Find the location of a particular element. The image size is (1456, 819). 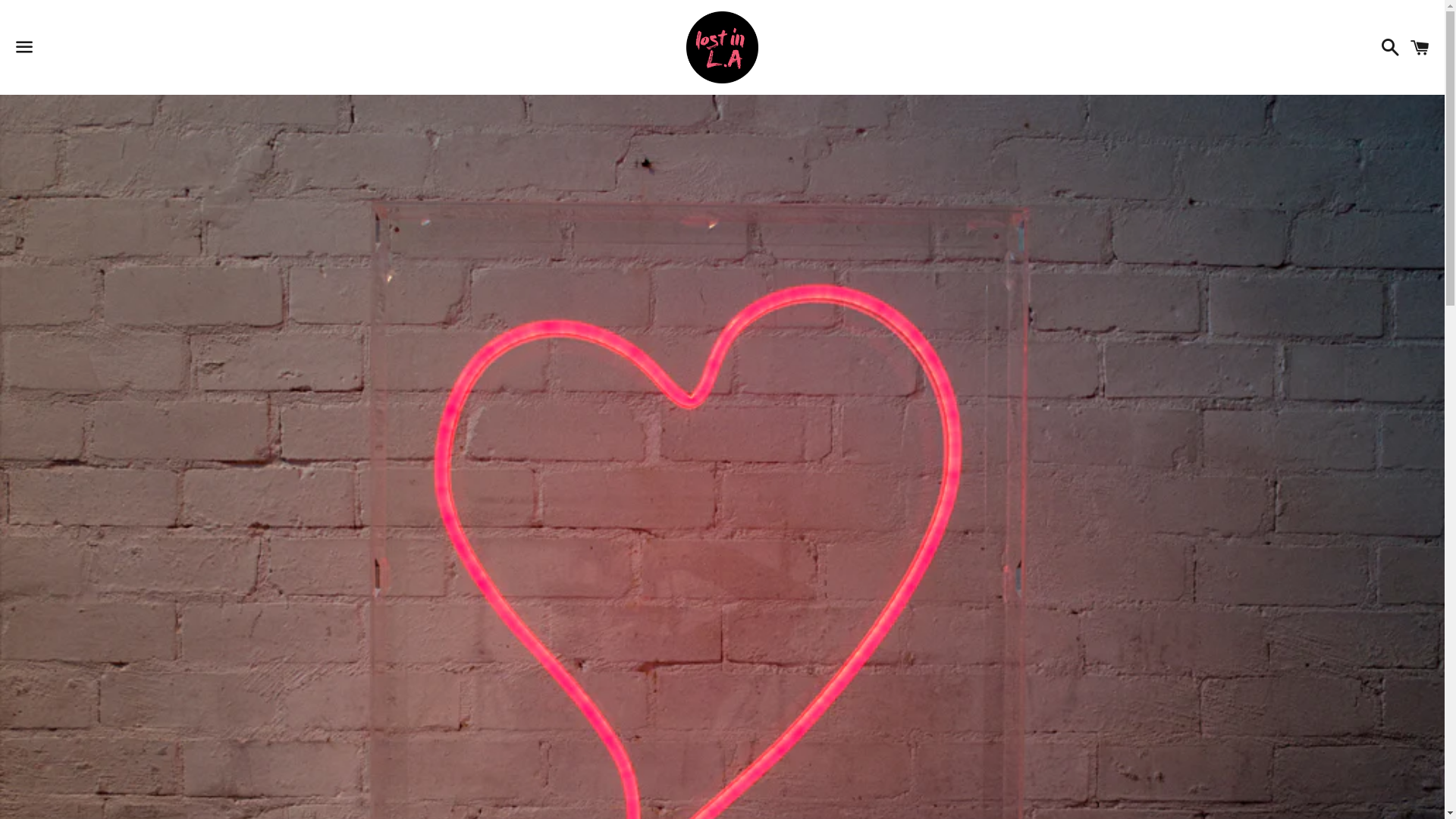

'Cart' is located at coordinates (1419, 45).